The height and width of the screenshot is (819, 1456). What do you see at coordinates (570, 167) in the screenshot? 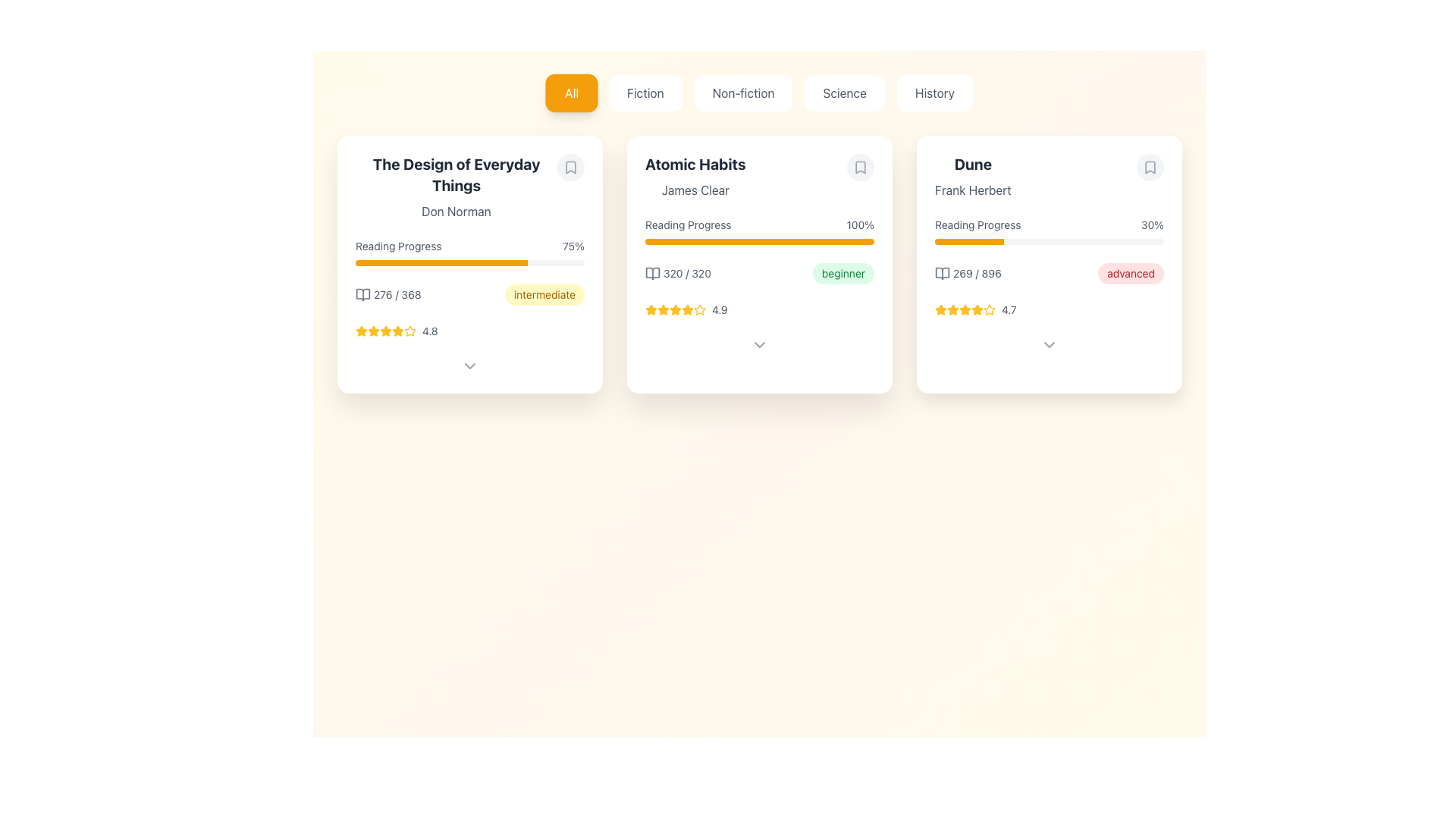
I see `the bookmark button located at the upper-right corner of the card displaying 'The Design of Everyday Things' by Don Norman` at bounding box center [570, 167].